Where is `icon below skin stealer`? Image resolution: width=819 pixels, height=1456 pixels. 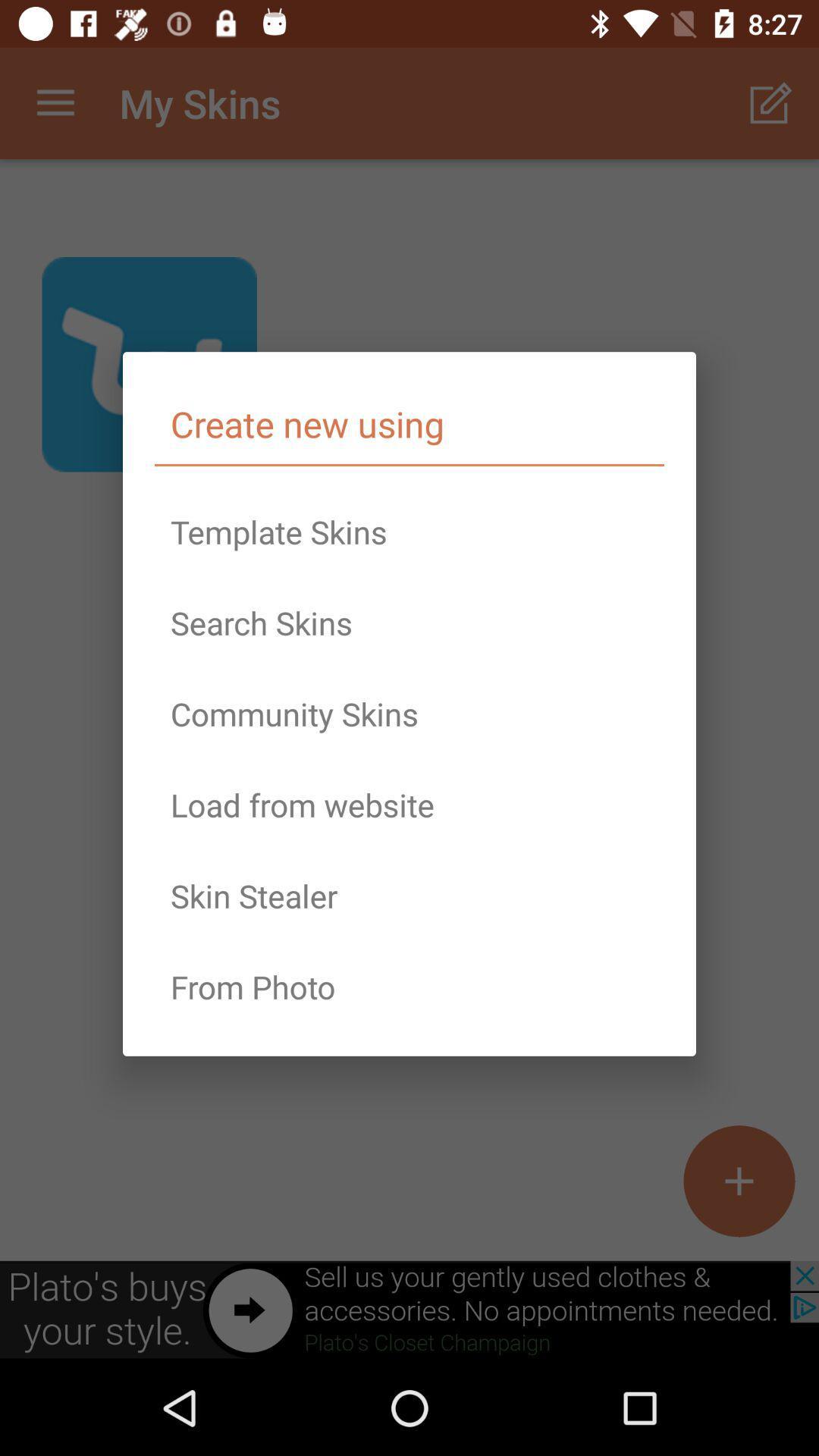 icon below skin stealer is located at coordinates (409, 987).